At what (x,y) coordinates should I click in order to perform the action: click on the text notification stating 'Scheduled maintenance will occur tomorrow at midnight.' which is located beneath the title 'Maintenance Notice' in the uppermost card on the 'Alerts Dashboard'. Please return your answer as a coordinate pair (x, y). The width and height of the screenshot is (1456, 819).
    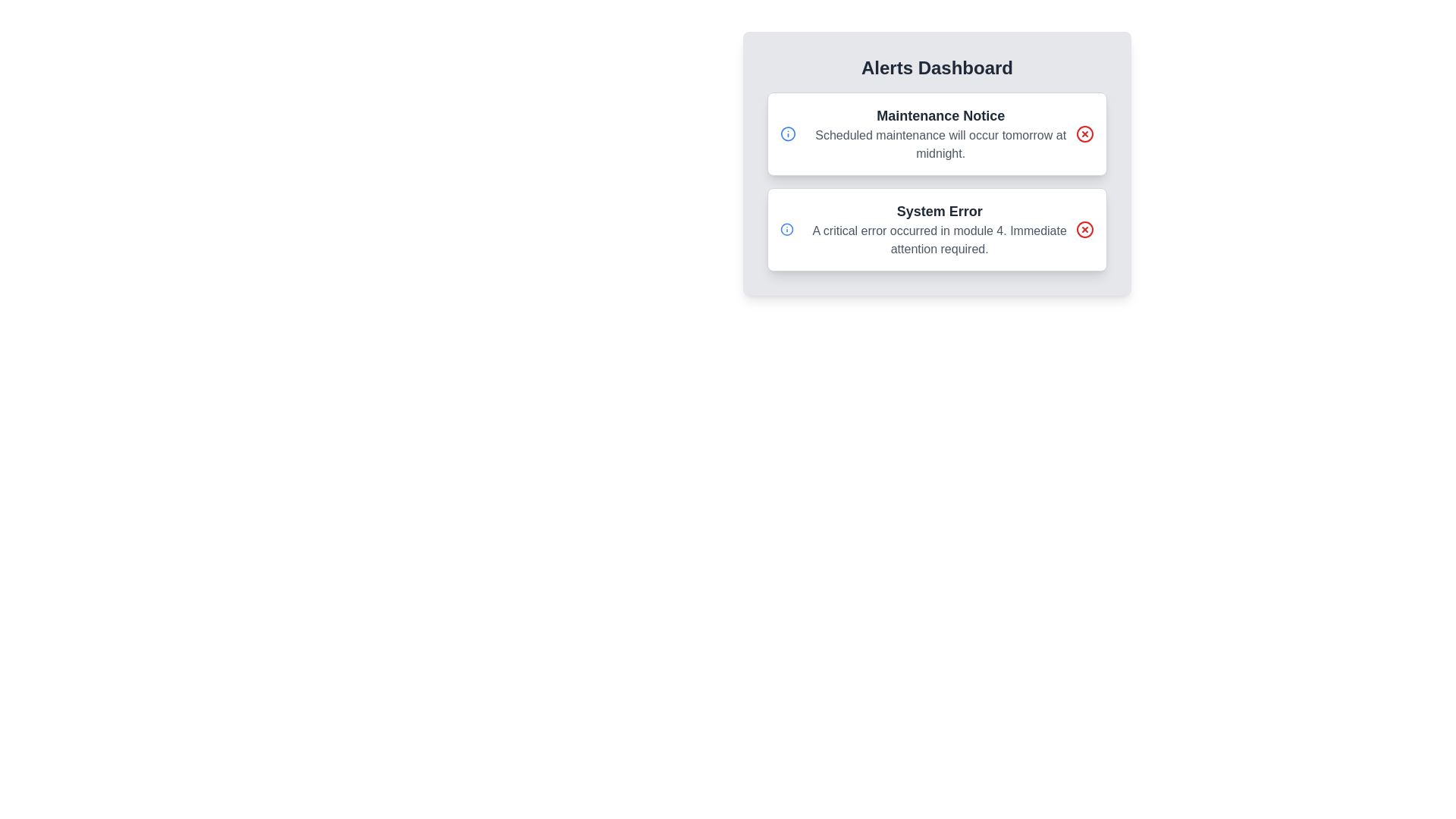
    Looking at the image, I should click on (940, 145).